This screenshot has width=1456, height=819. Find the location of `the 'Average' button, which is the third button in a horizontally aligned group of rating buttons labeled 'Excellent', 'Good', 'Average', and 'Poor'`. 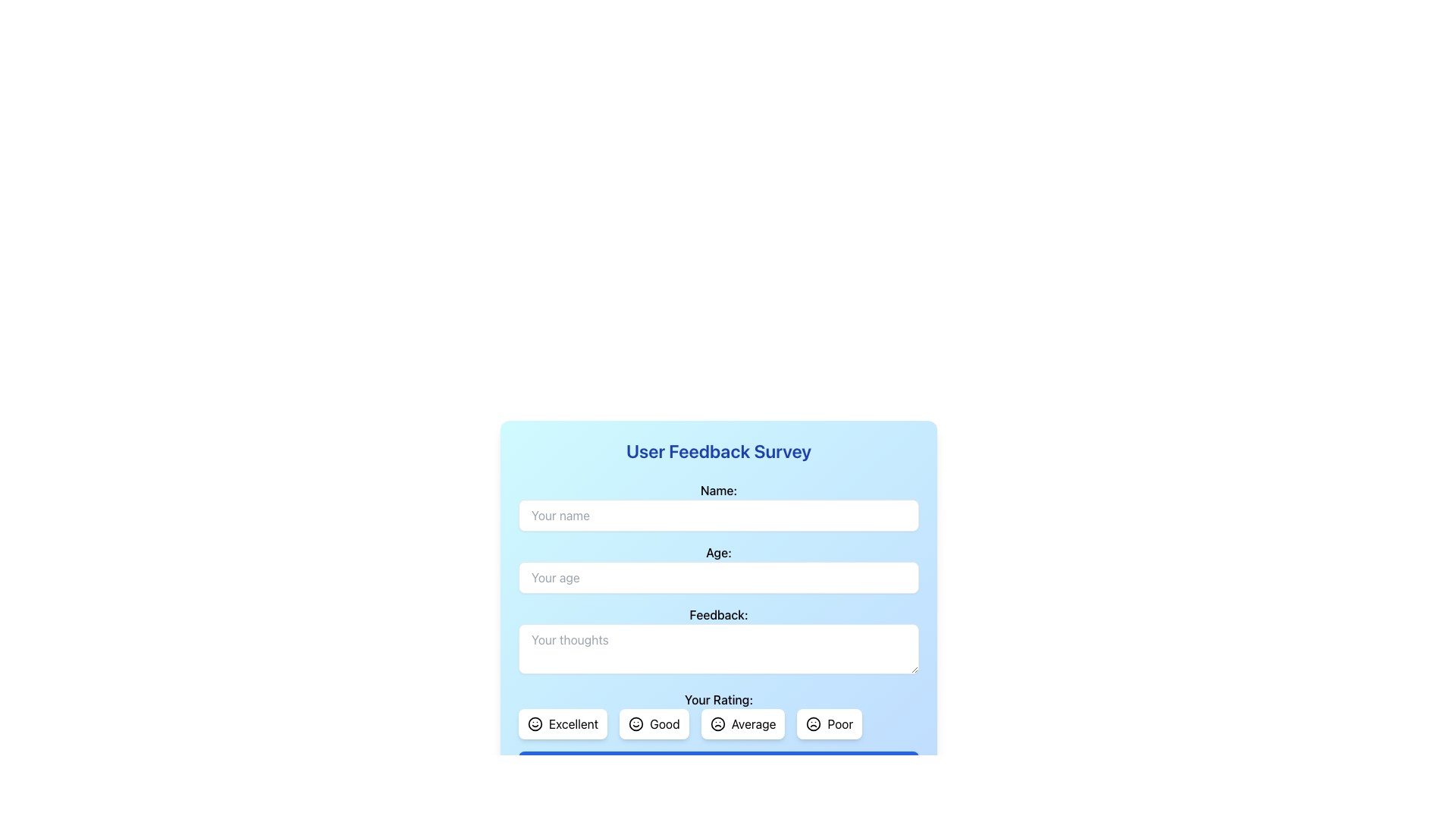

the 'Average' button, which is the third button in a horizontally aligned group of rating buttons labeled 'Excellent', 'Good', 'Average', and 'Poor' is located at coordinates (753, 723).